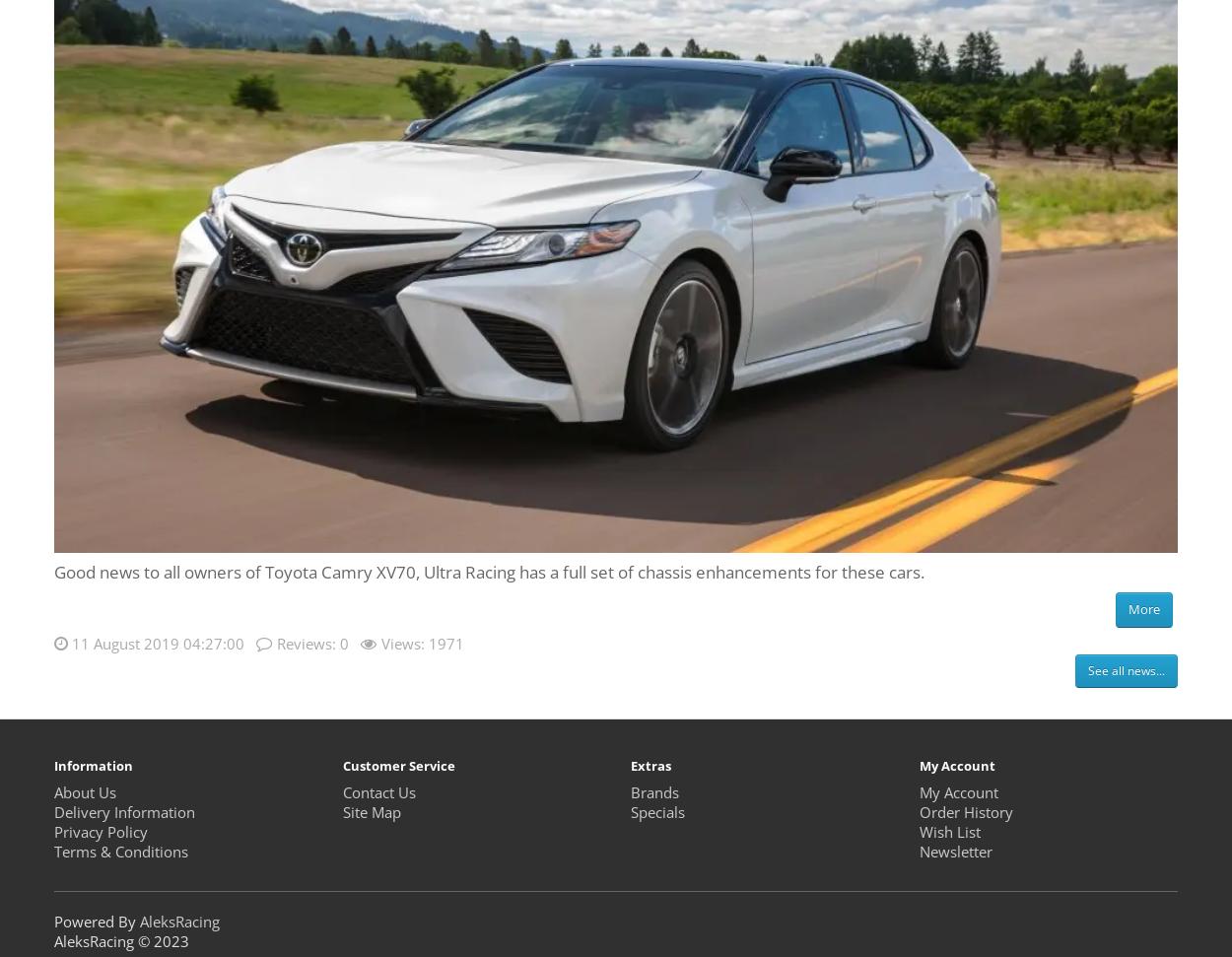  Describe the element at coordinates (919, 850) in the screenshot. I see `'Newsletter'` at that location.